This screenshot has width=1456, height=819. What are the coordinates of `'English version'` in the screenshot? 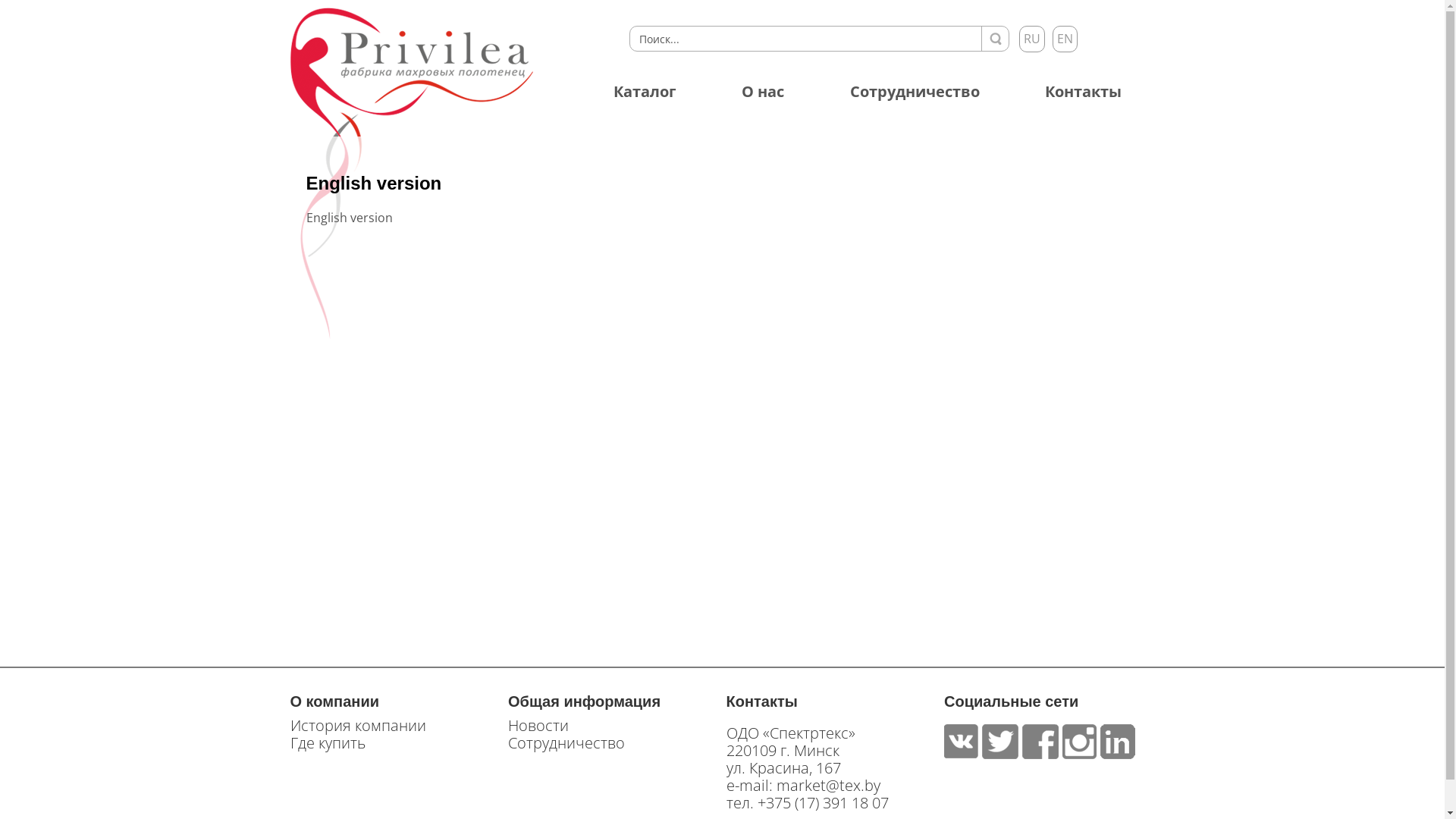 It's located at (374, 182).